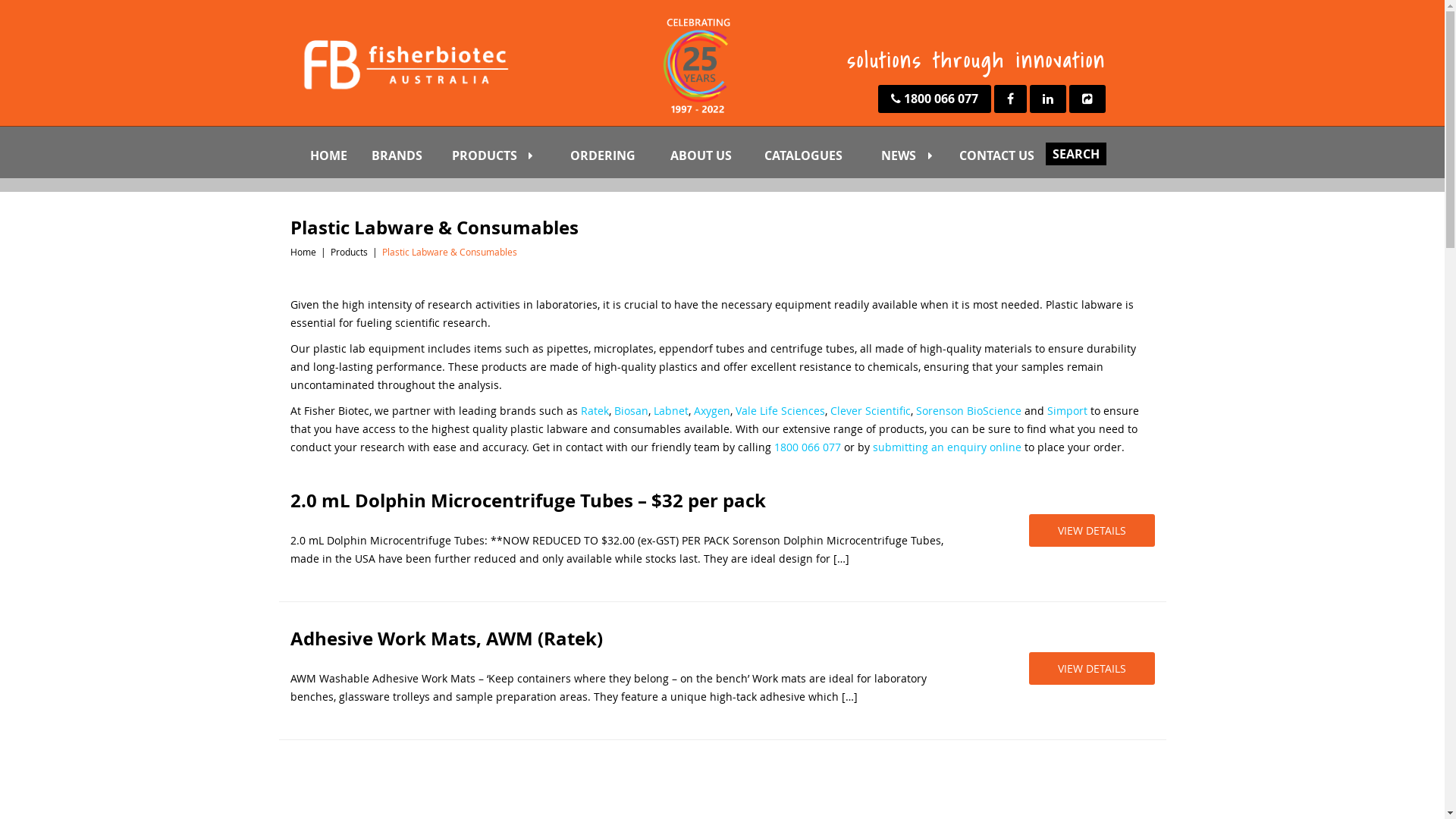 This screenshot has width=1456, height=819. I want to click on 'Our Linked In page', so click(1047, 99).